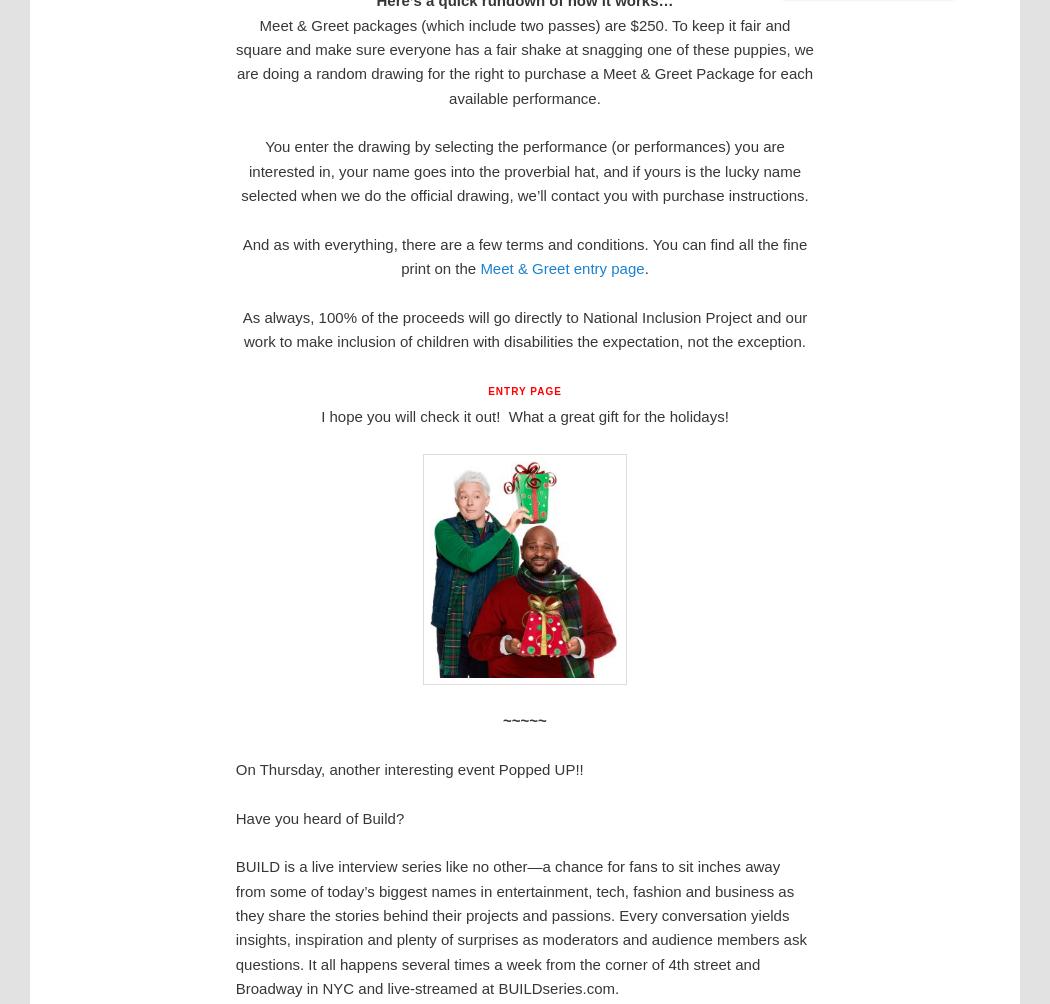 This screenshot has height=1004, width=1050. Describe the element at coordinates (488, 390) in the screenshot. I see `'ENTRY PAGE'` at that location.